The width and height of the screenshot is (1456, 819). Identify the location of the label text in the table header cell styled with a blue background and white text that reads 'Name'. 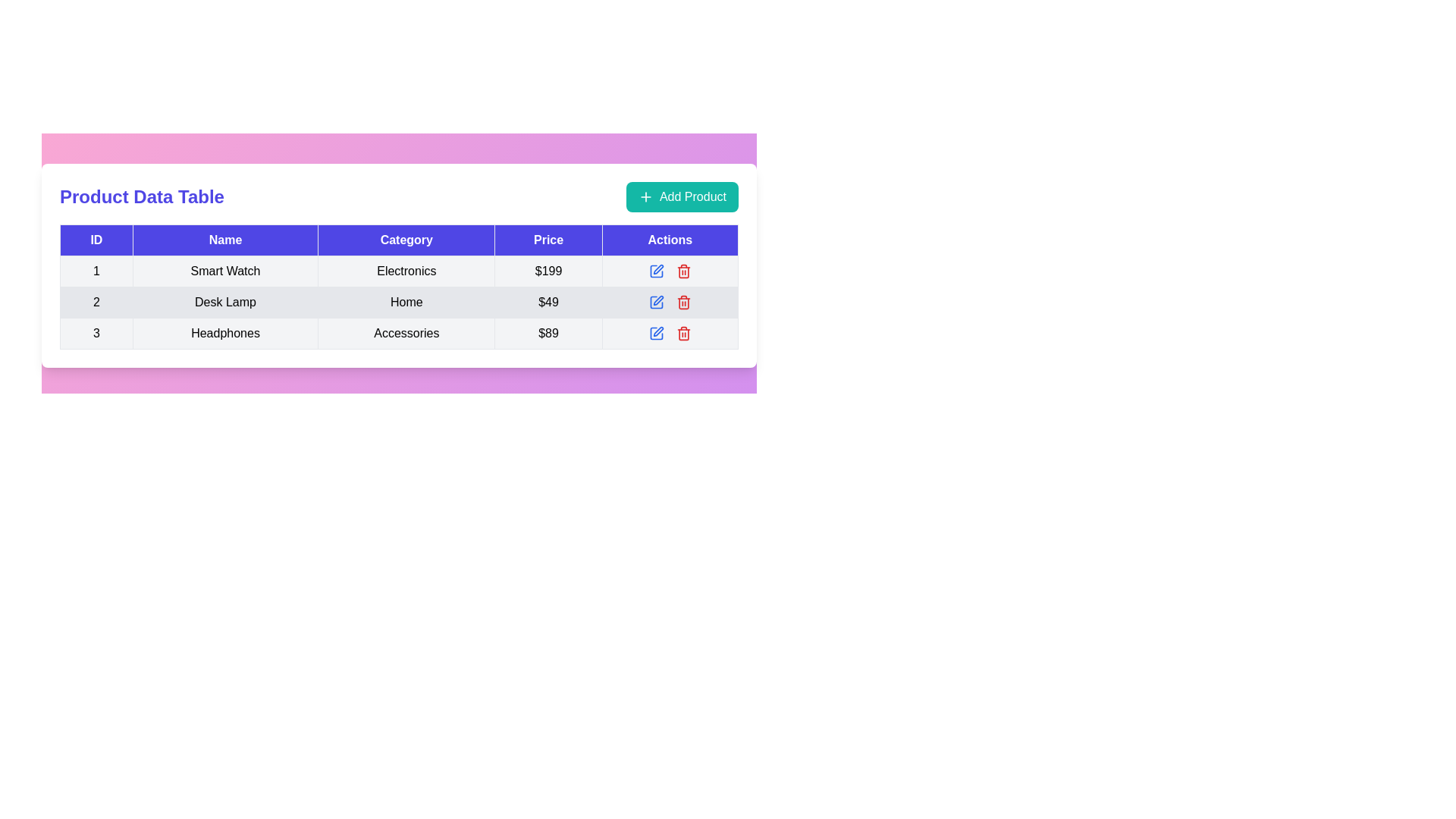
(224, 239).